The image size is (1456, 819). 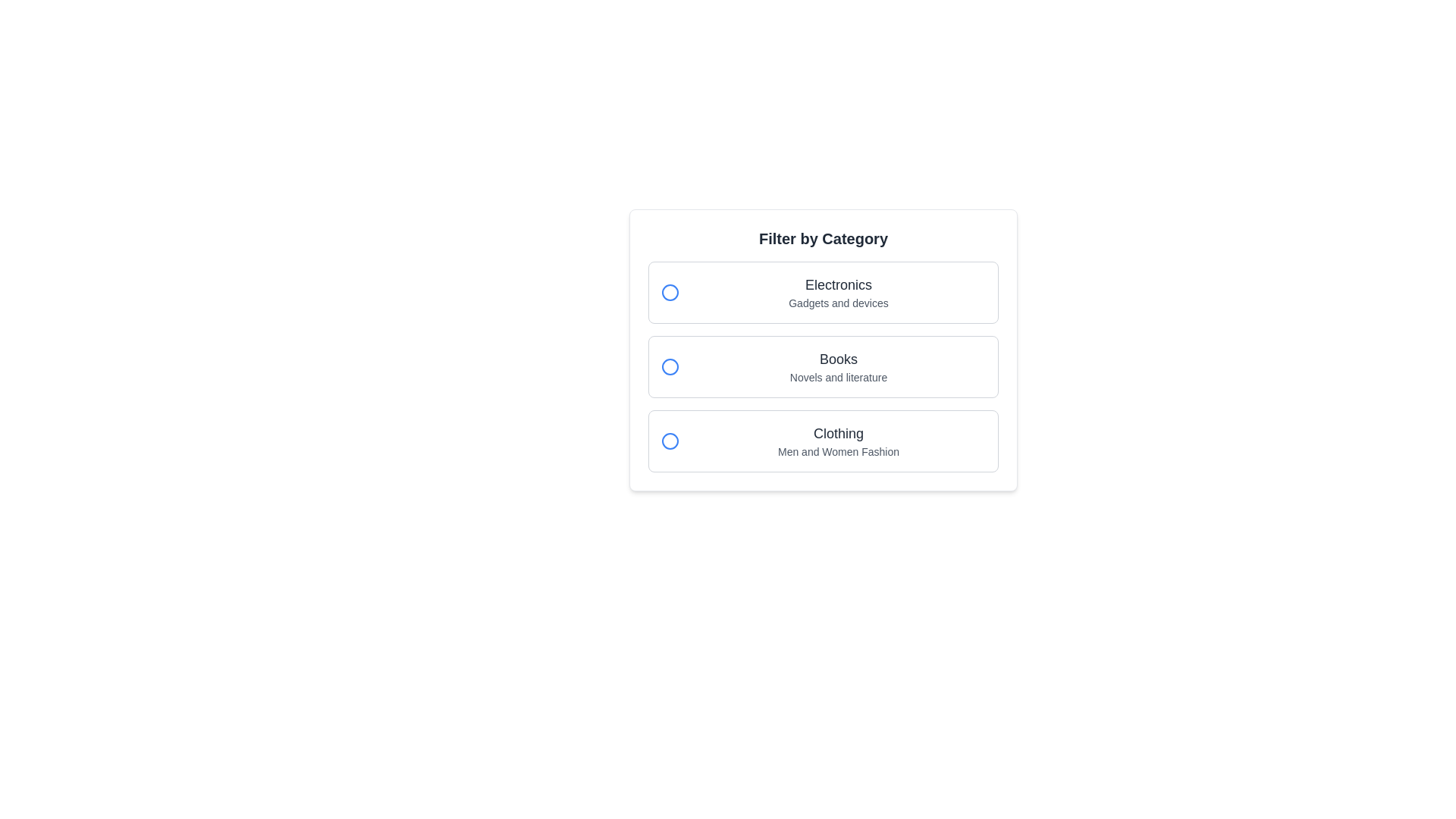 What do you see at coordinates (669, 441) in the screenshot?
I see `the radio button for the 'Clothing' category located in the 'Filter by Category' section, positioned to the left of the 'Clothing' label` at bounding box center [669, 441].